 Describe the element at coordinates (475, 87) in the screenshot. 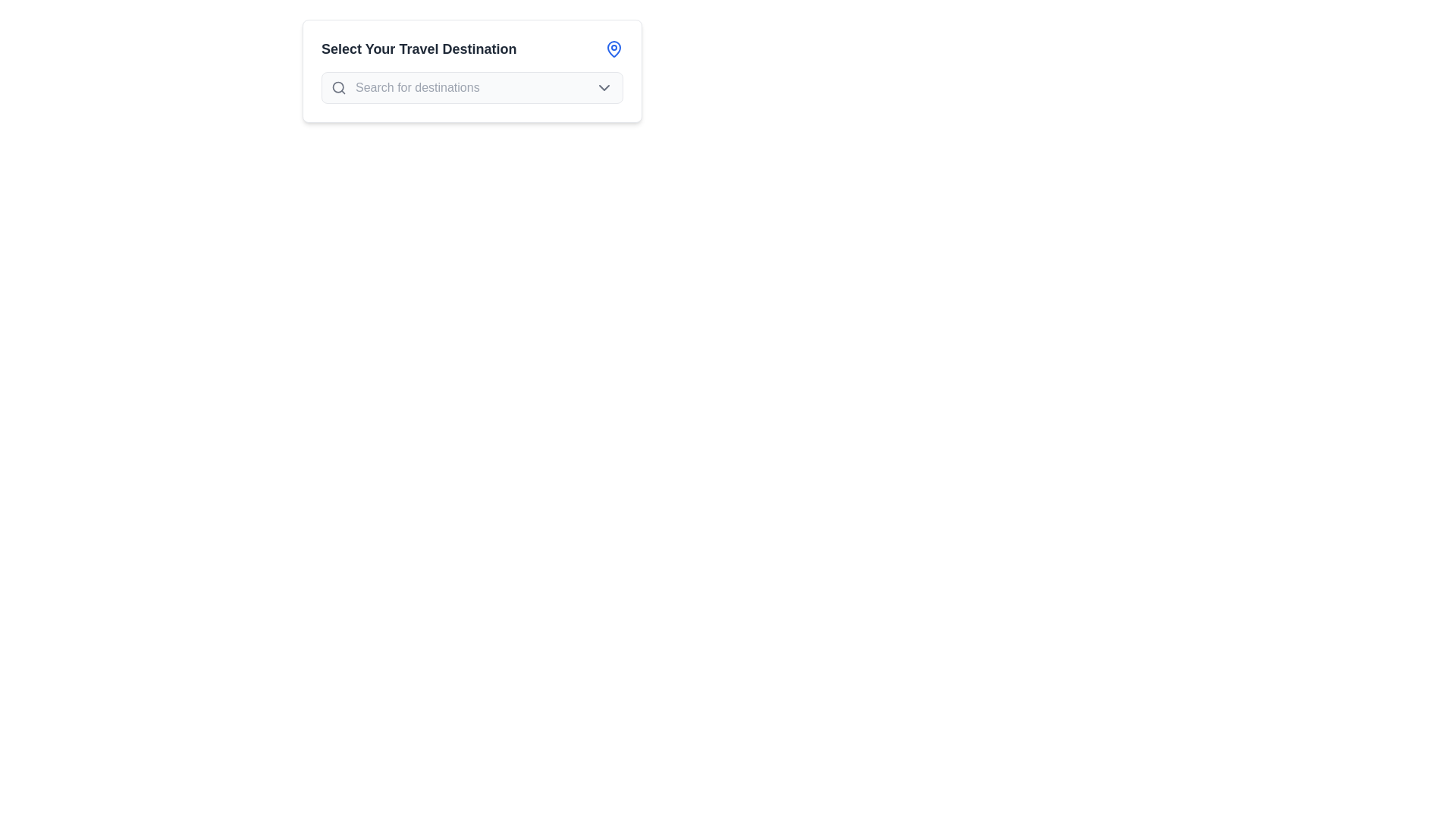

I see `the text input field for searching travel destinations to focus on it` at that location.